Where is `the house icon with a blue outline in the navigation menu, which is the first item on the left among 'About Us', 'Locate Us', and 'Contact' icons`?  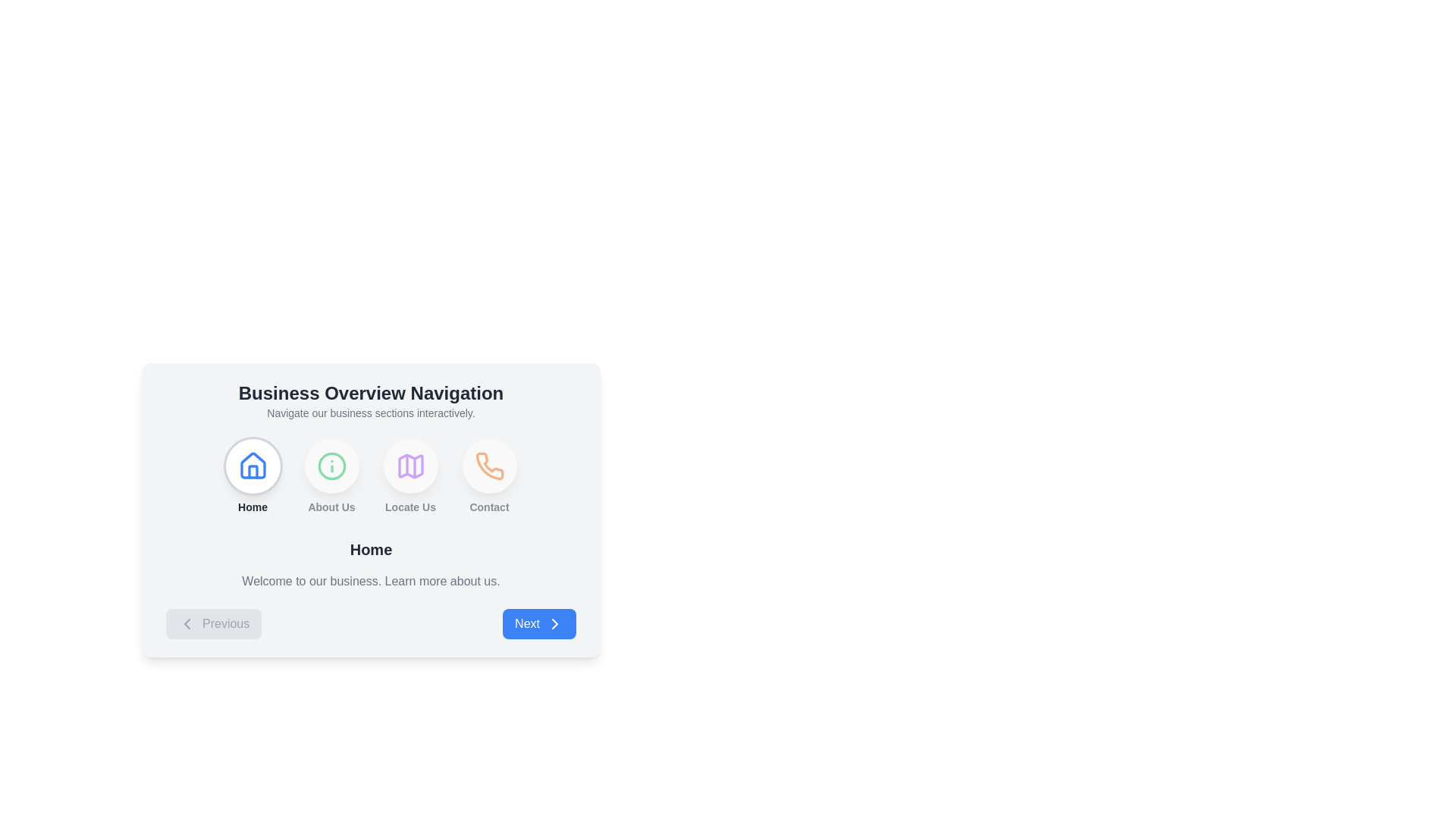 the house icon with a blue outline in the navigation menu, which is the first item on the left among 'About Us', 'Locate Us', and 'Contact' icons is located at coordinates (253, 465).